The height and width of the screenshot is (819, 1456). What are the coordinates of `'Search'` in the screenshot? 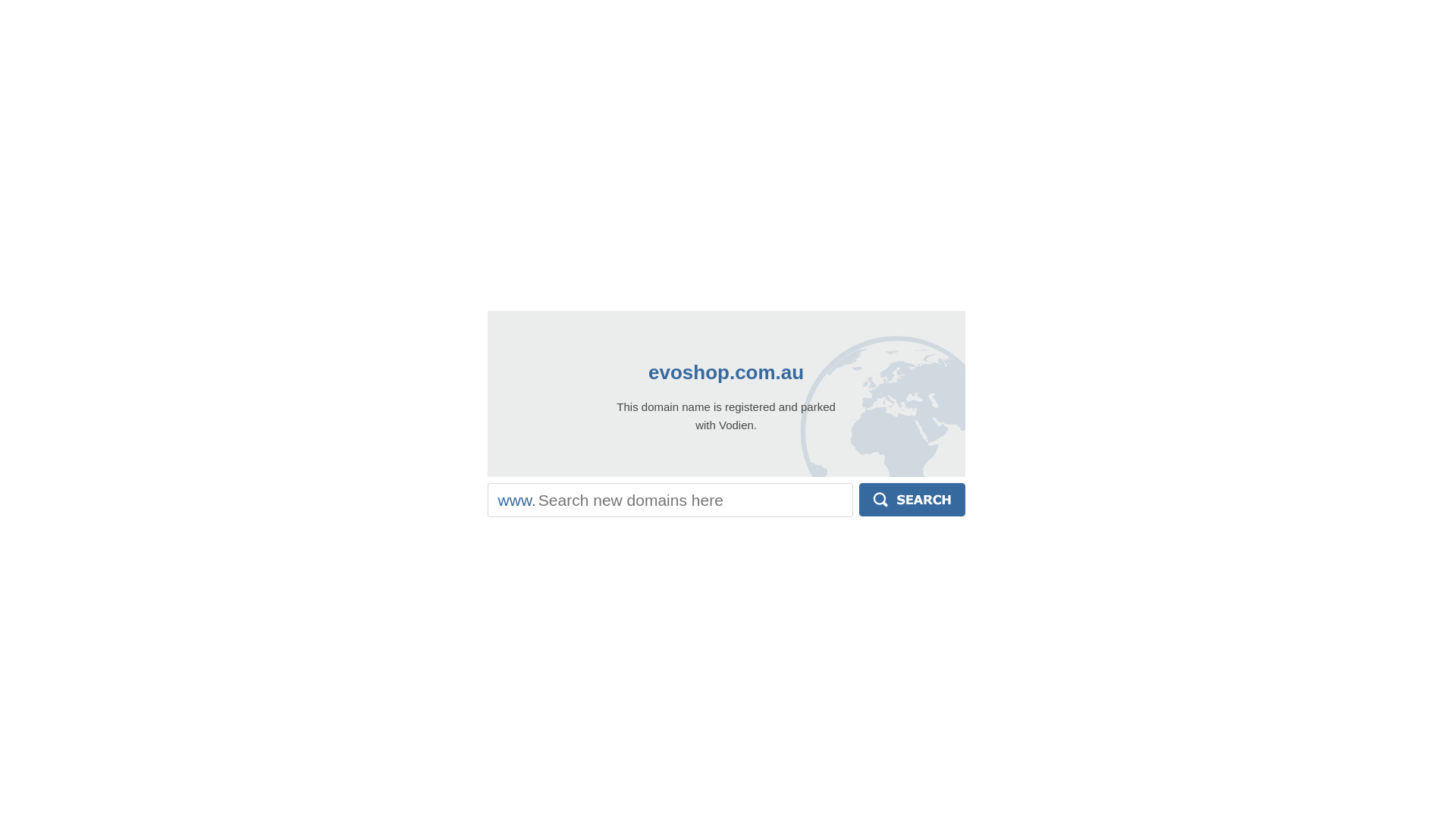 It's located at (912, 500).